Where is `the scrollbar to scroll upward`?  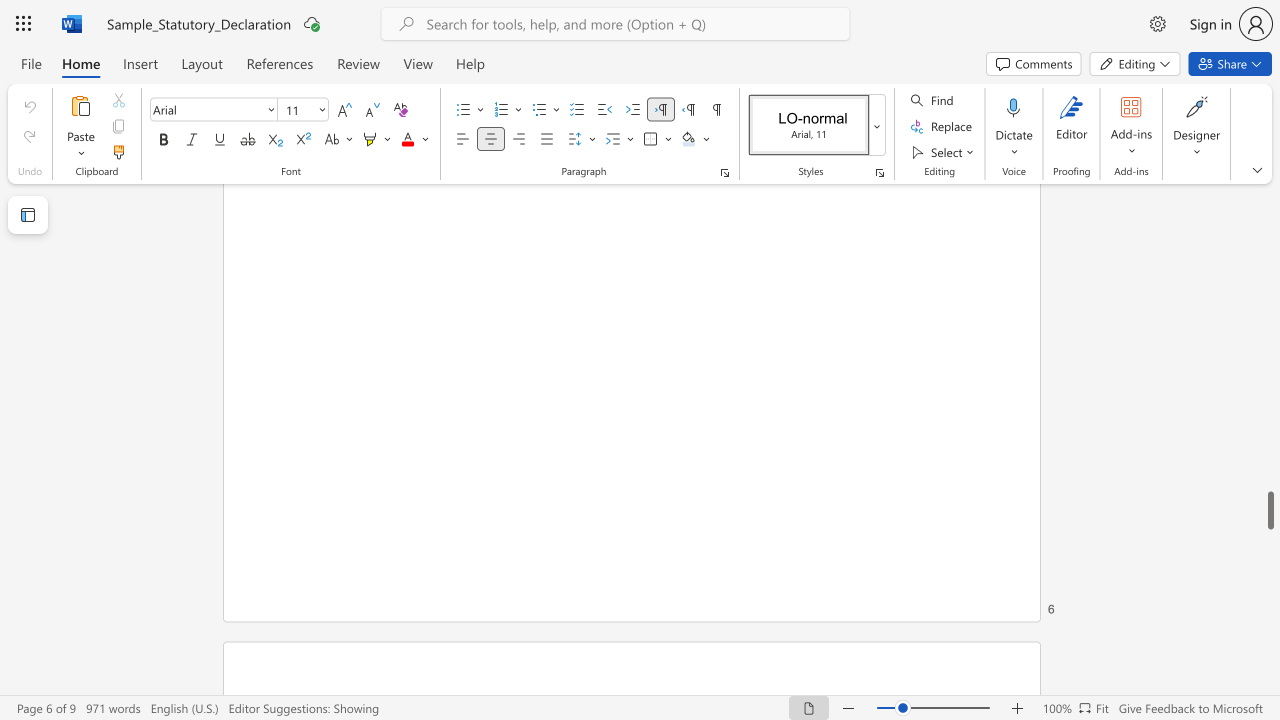 the scrollbar to scroll upward is located at coordinates (1269, 418).